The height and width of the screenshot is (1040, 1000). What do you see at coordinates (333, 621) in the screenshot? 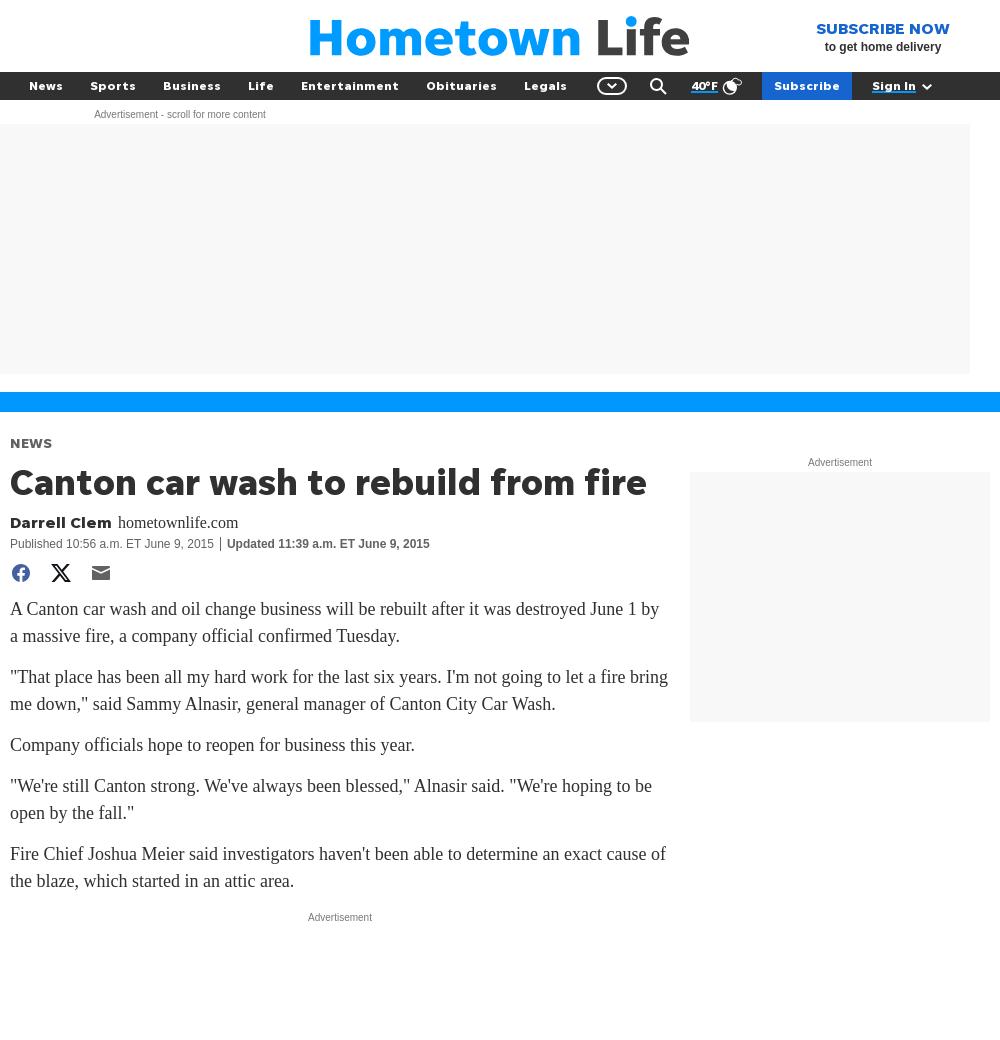
I see `'A Canton car wash and oil change business will be rebuilt after it was destroyed June 1 by a massive fire, a company official confirmed Tuesday.'` at bounding box center [333, 621].